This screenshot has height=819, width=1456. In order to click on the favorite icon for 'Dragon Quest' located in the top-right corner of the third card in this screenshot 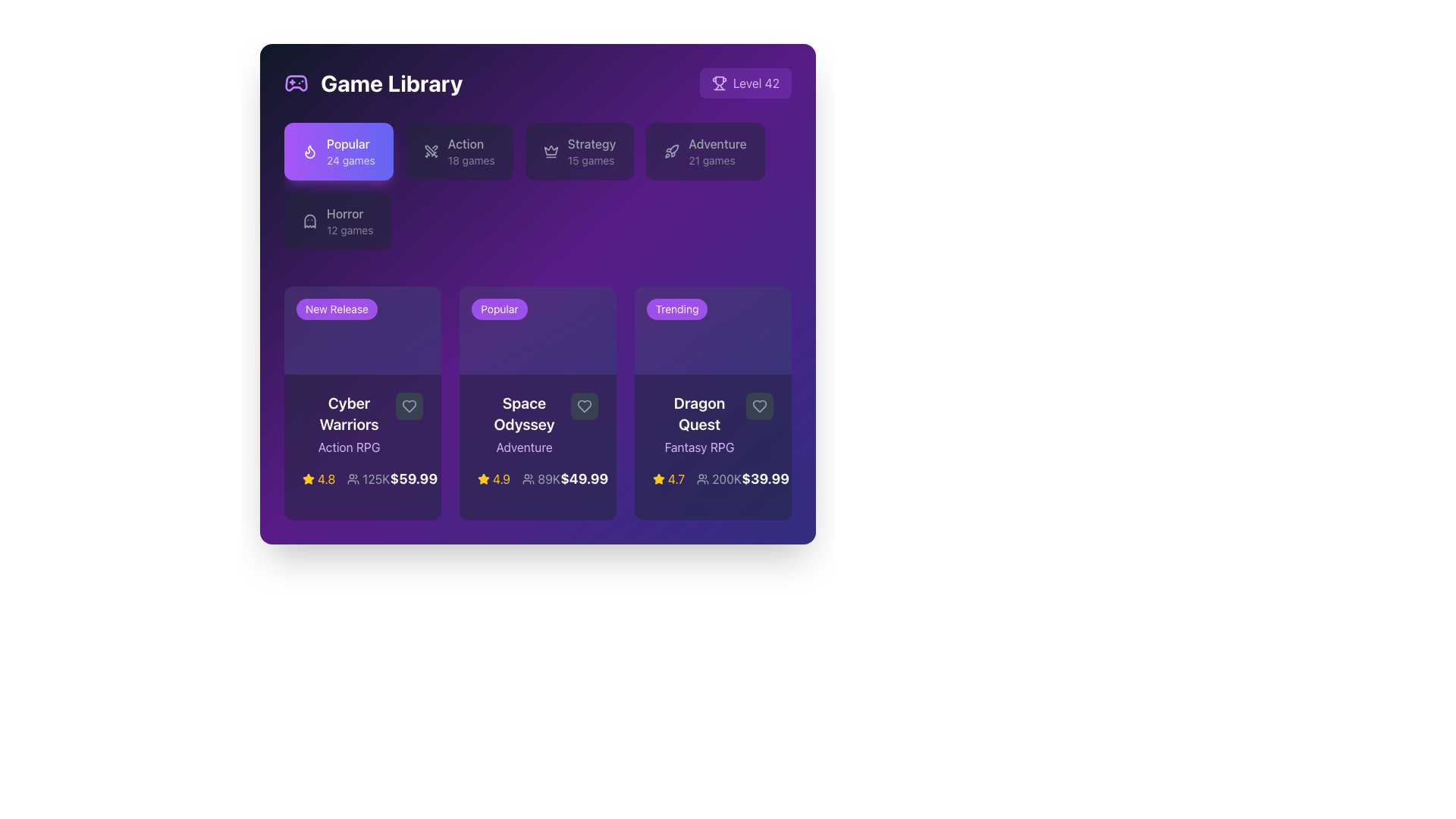, I will do `click(760, 406)`.